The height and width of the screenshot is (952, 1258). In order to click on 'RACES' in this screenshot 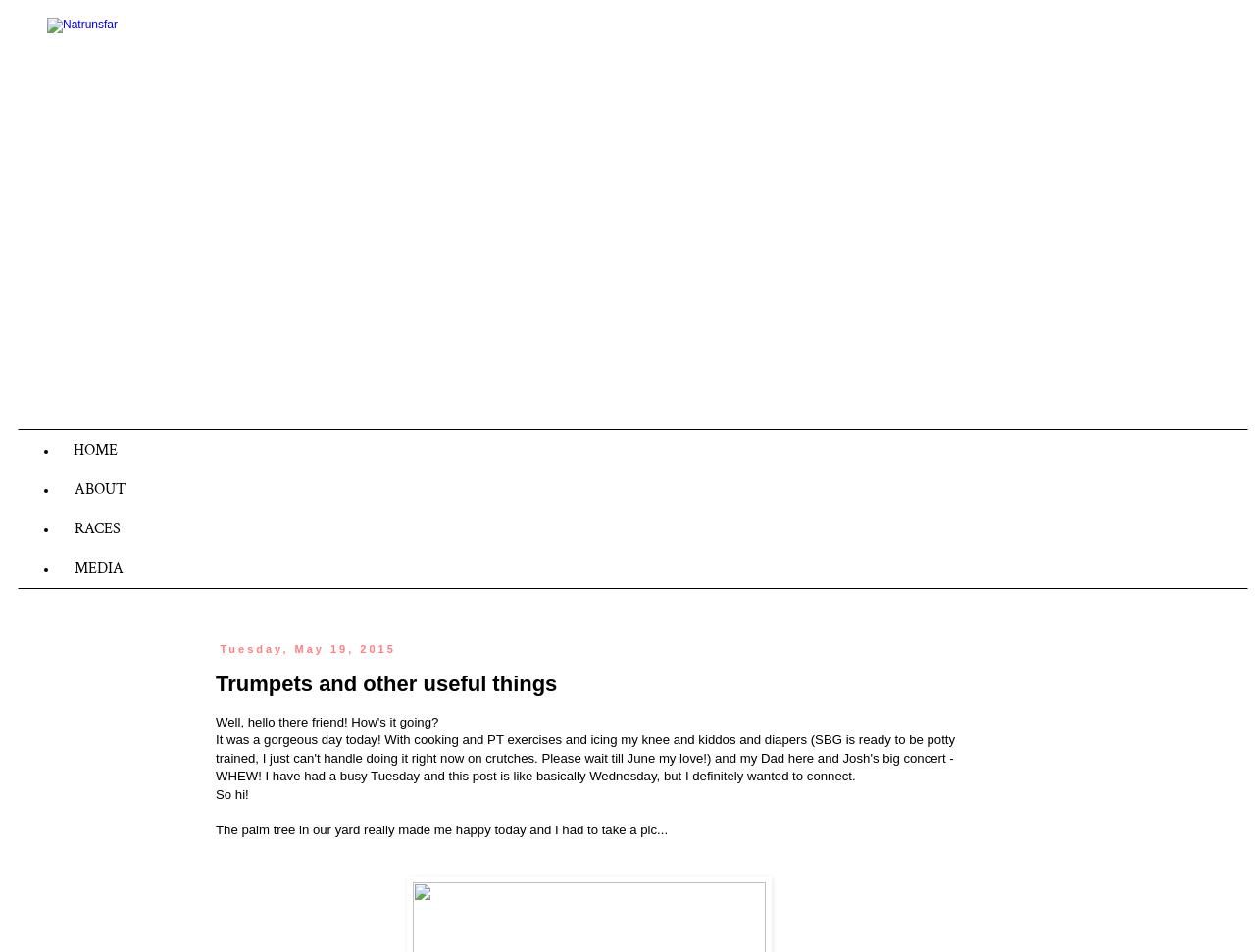, I will do `click(97, 526)`.